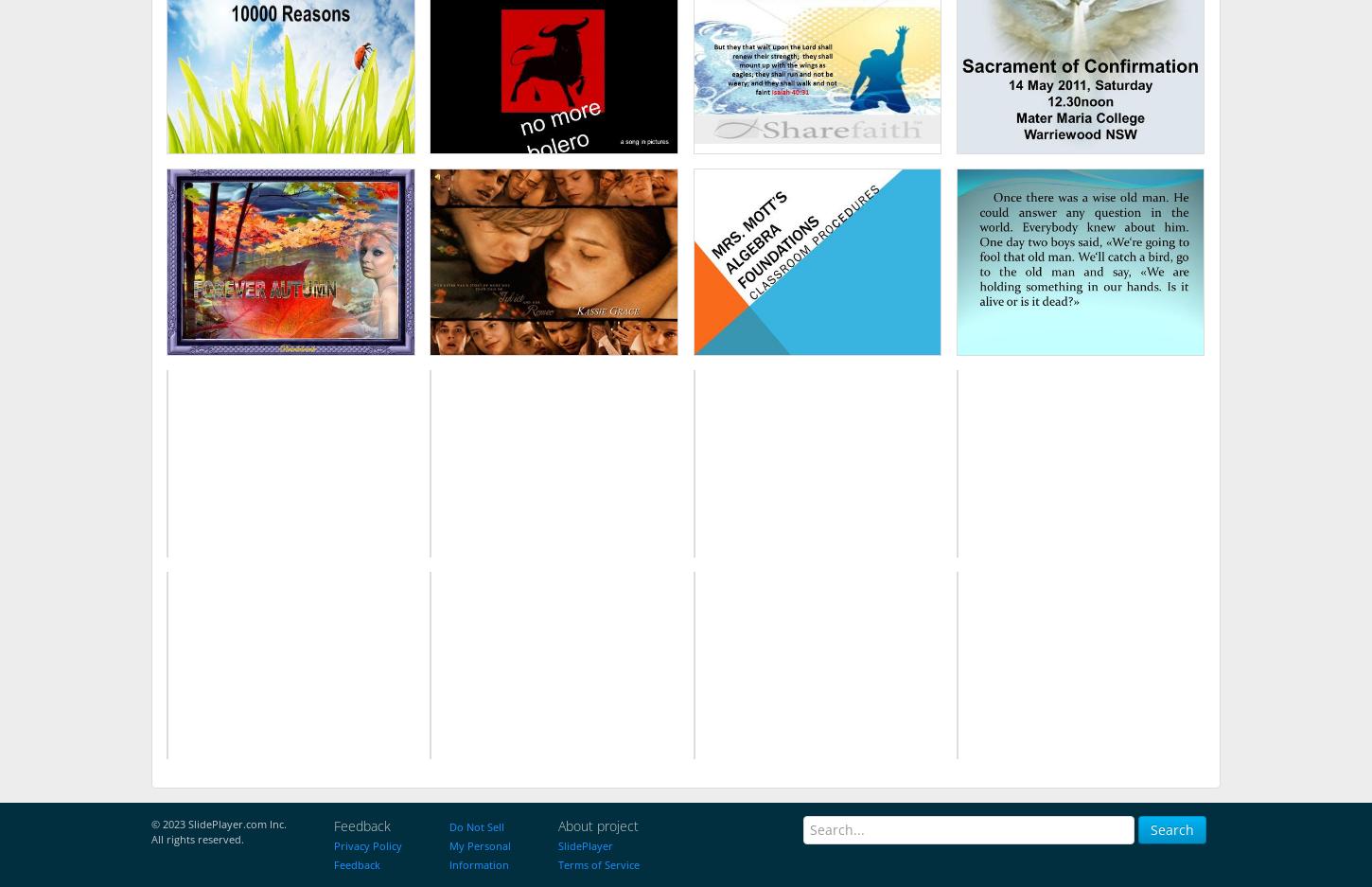  I want to click on 'All rights reserved.', so click(196, 837).